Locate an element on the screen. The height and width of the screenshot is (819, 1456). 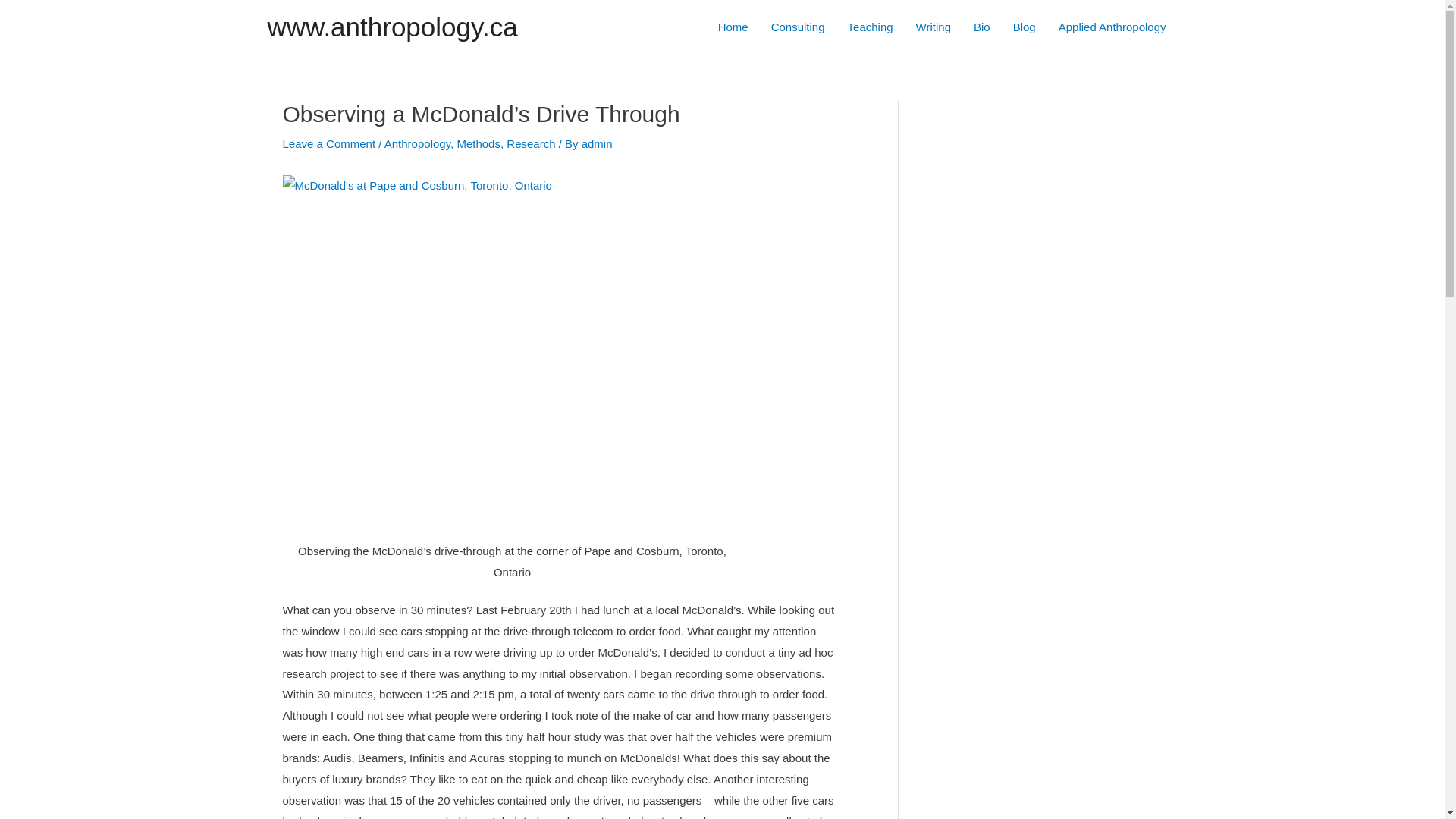
'Anthropology' is located at coordinates (384, 143).